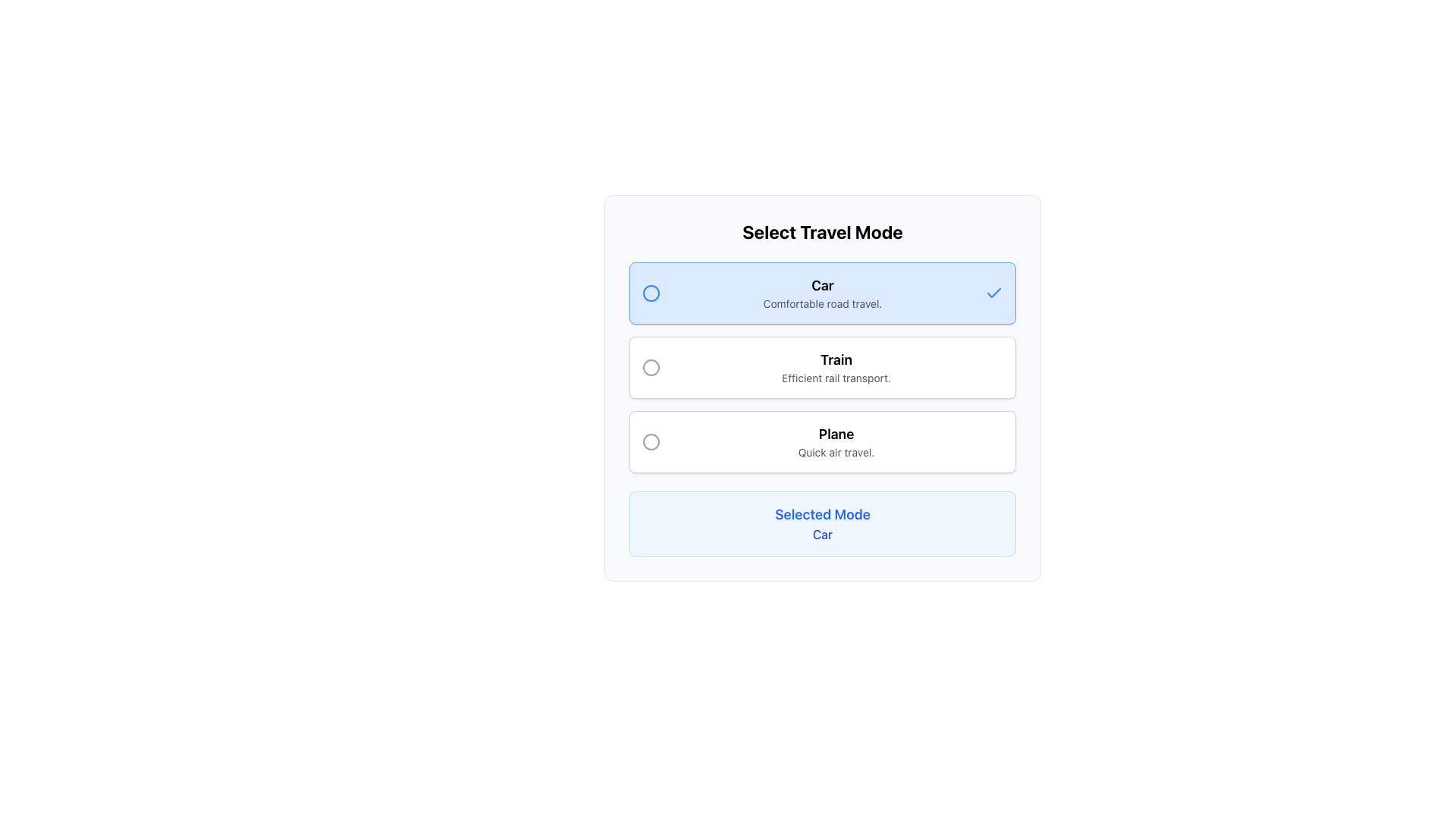 Image resolution: width=1456 pixels, height=819 pixels. What do you see at coordinates (821, 293) in the screenshot?
I see `the selectable item titled 'Car' which has the description 'Comfortable road travel.'` at bounding box center [821, 293].